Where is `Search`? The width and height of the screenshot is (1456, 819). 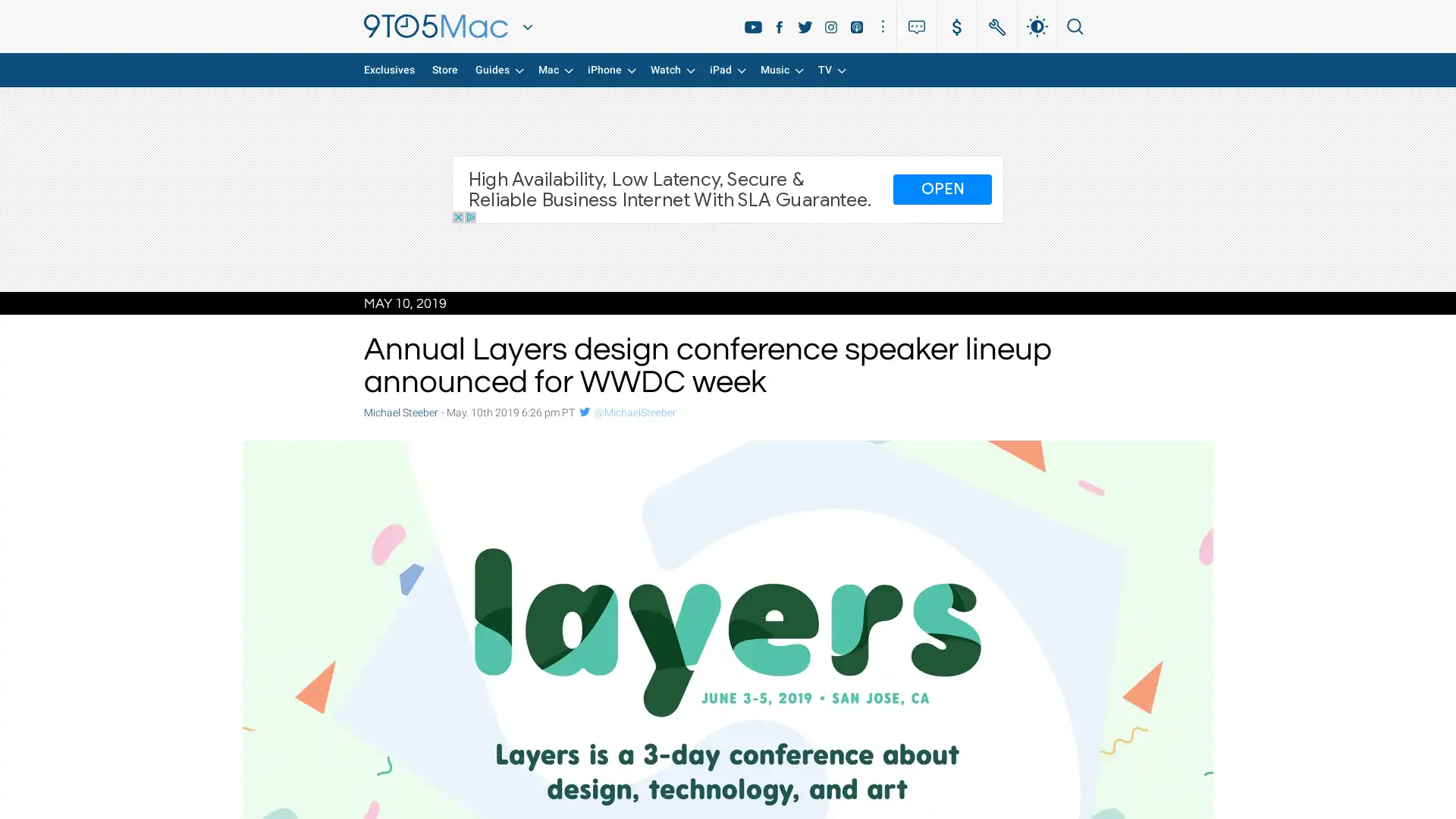 Search is located at coordinates (1065, 27).